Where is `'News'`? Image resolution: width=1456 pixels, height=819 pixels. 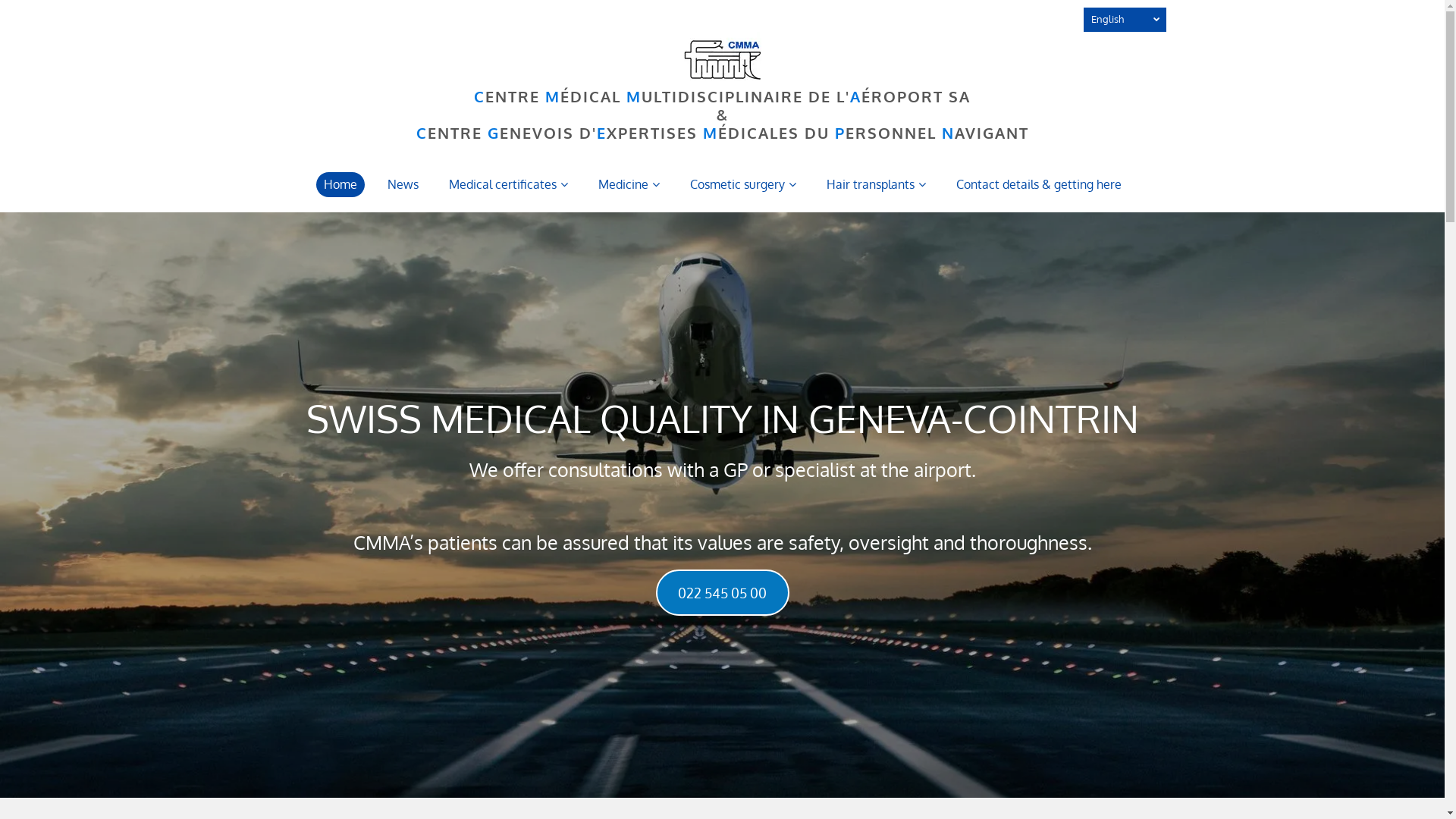
'News' is located at coordinates (402, 184).